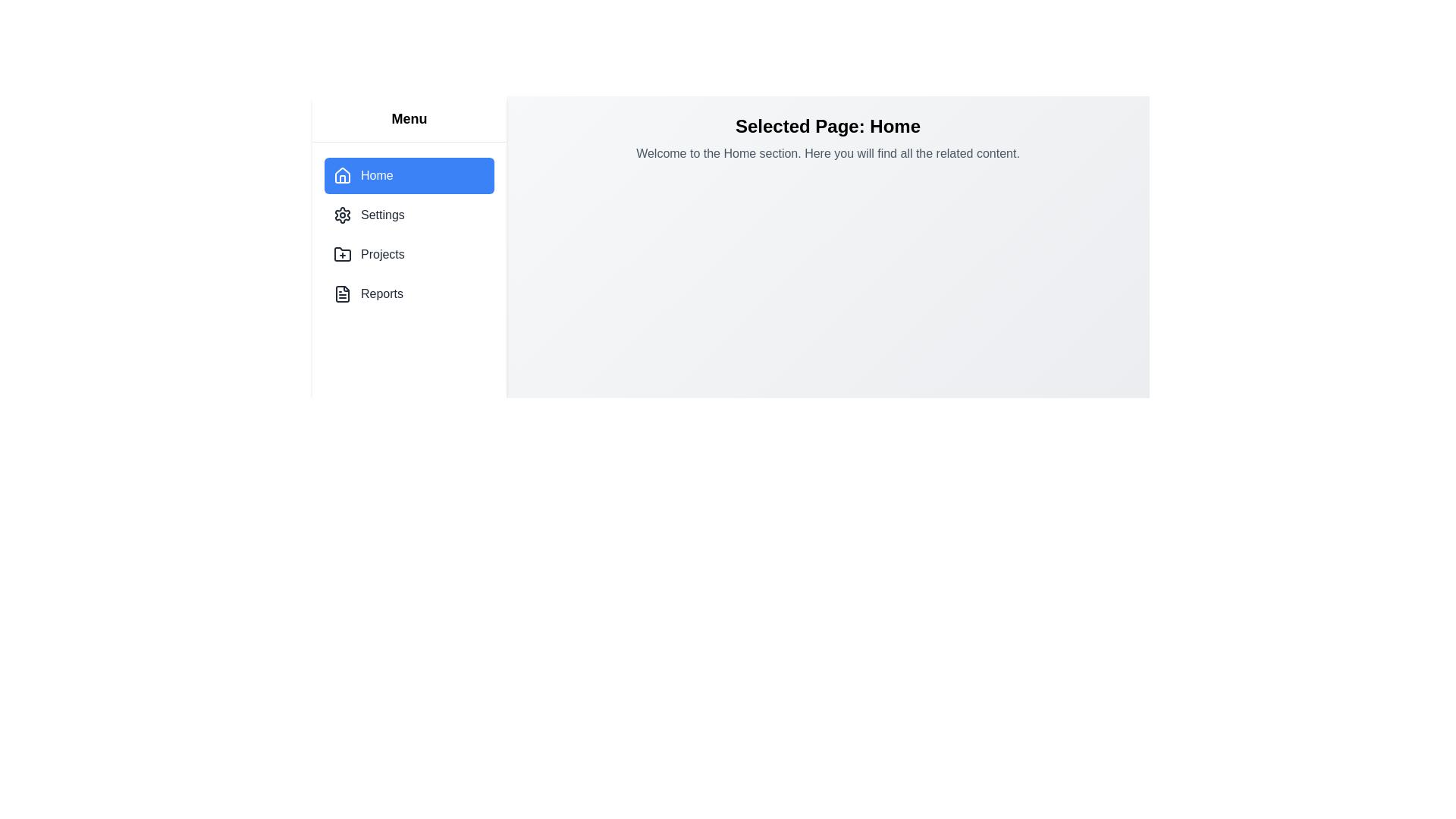 The width and height of the screenshot is (1456, 819). Describe the element at coordinates (382, 294) in the screenshot. I see `the text label displaying 'Reports' in the vertical menu` at that location.